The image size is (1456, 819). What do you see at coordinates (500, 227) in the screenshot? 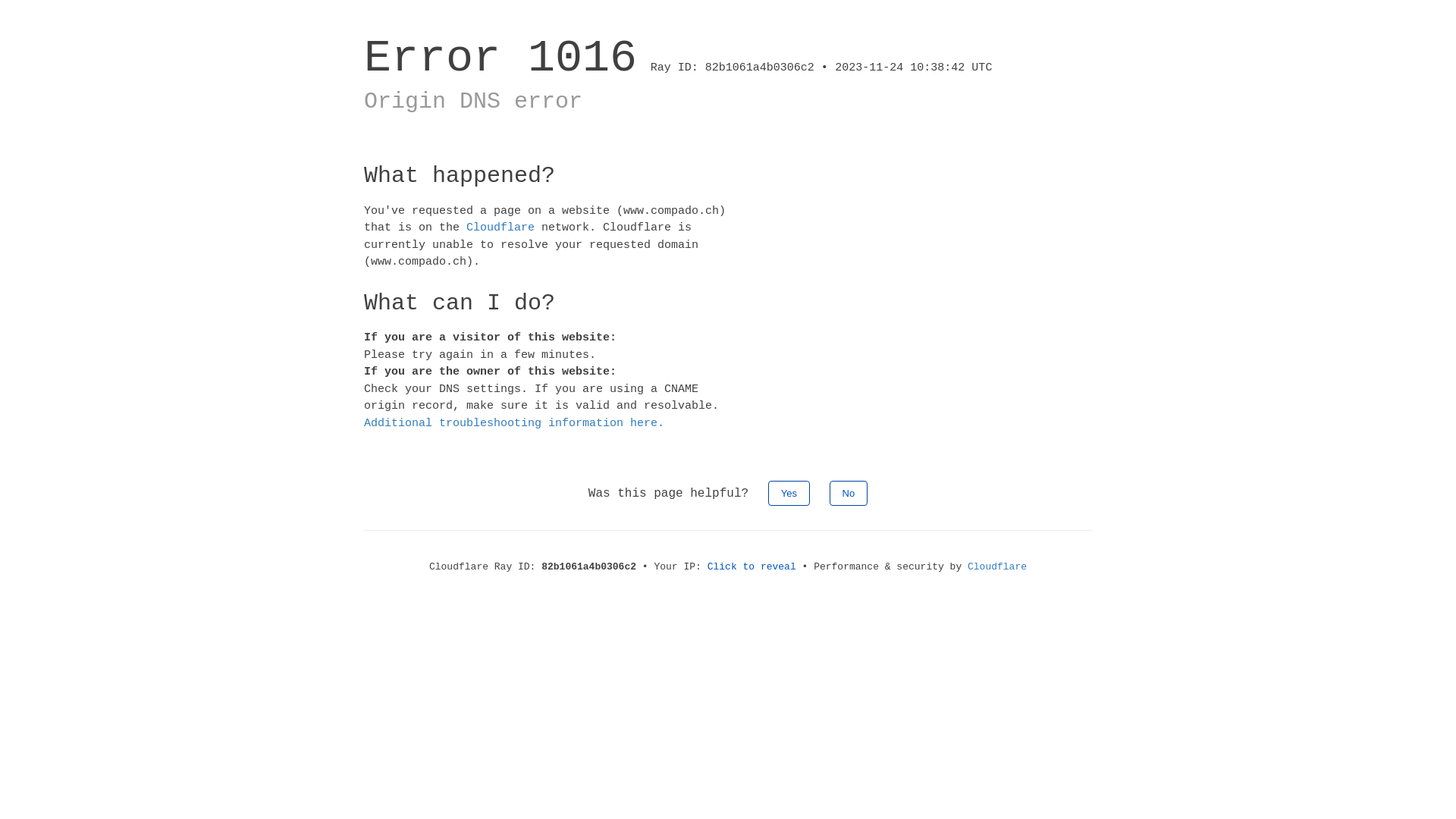
I see `'Cloudflare'` at bounding box center [500, 227].